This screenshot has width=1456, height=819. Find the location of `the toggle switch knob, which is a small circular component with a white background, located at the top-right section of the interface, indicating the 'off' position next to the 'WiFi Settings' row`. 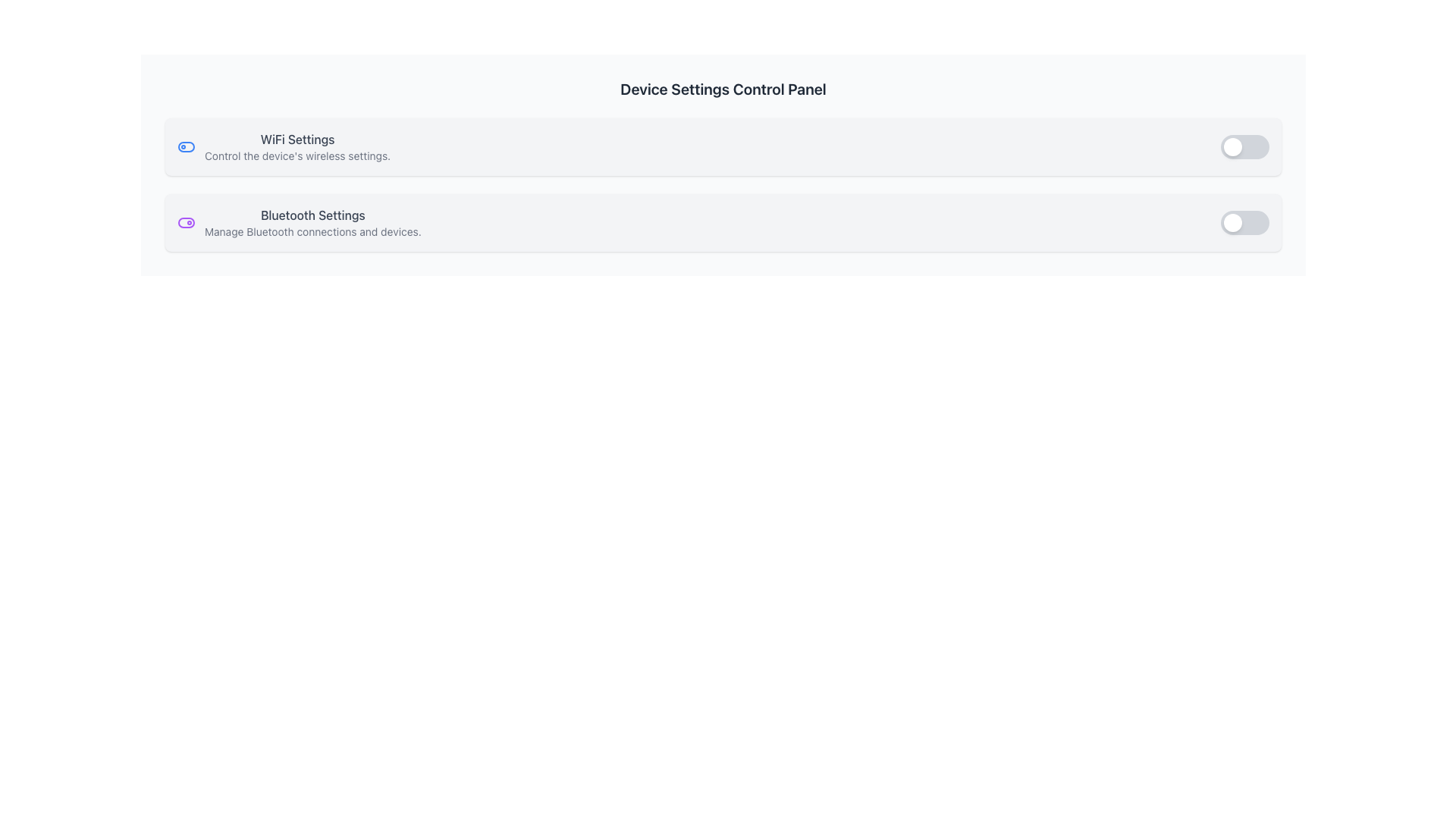

the toggle switch knob, which is a small circular component with a white background, located at the top-right section of the interface, indicating the 'off' position next to the 'WiFi Settings' row is located at coordinates (1233, 146).